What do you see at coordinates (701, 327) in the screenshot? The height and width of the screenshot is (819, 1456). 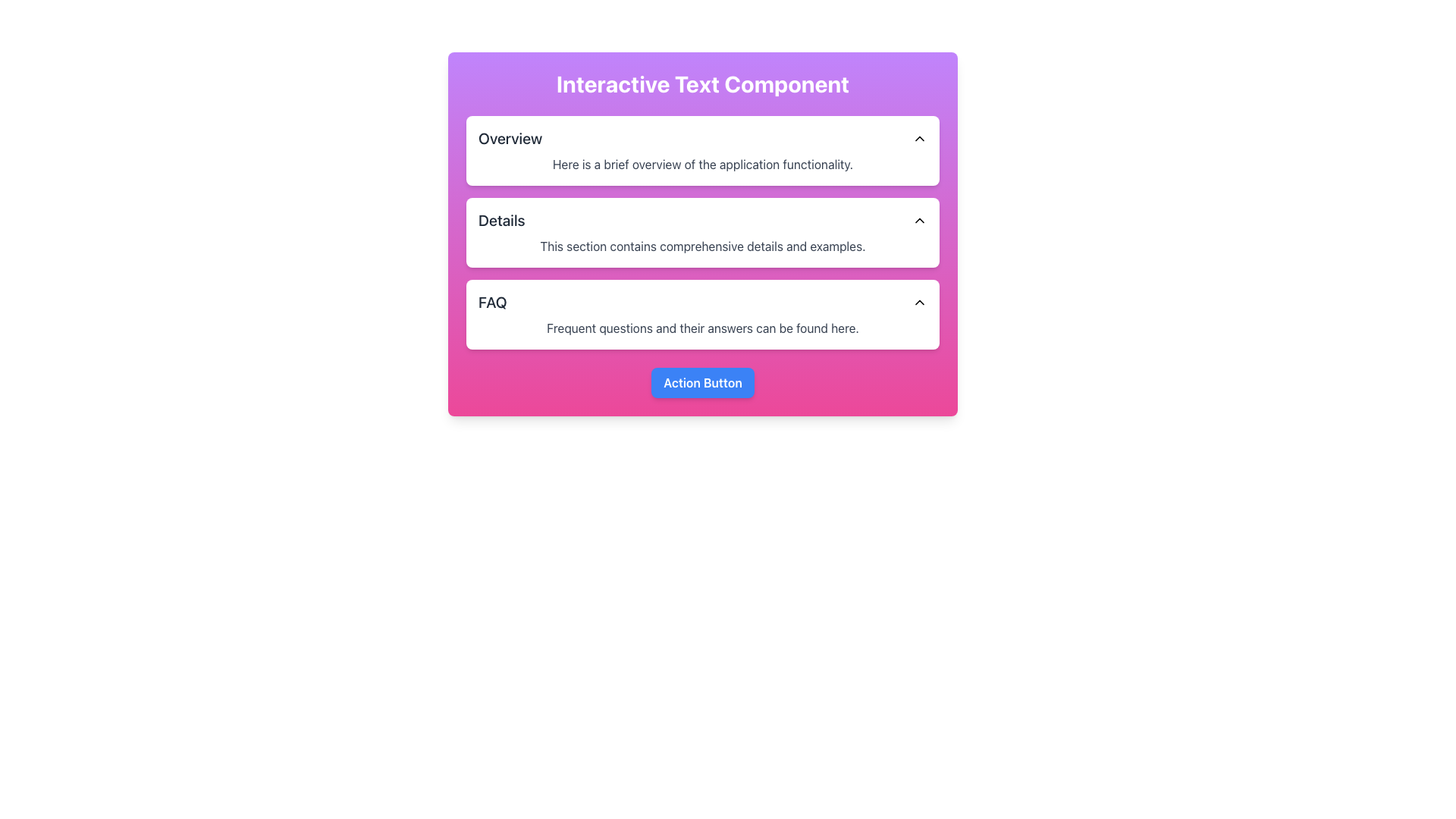 I see `the static text label located immediately below the 'FAQ' title in the FAQ section, providing additional information about its contents` at bounding box center [701, 327].